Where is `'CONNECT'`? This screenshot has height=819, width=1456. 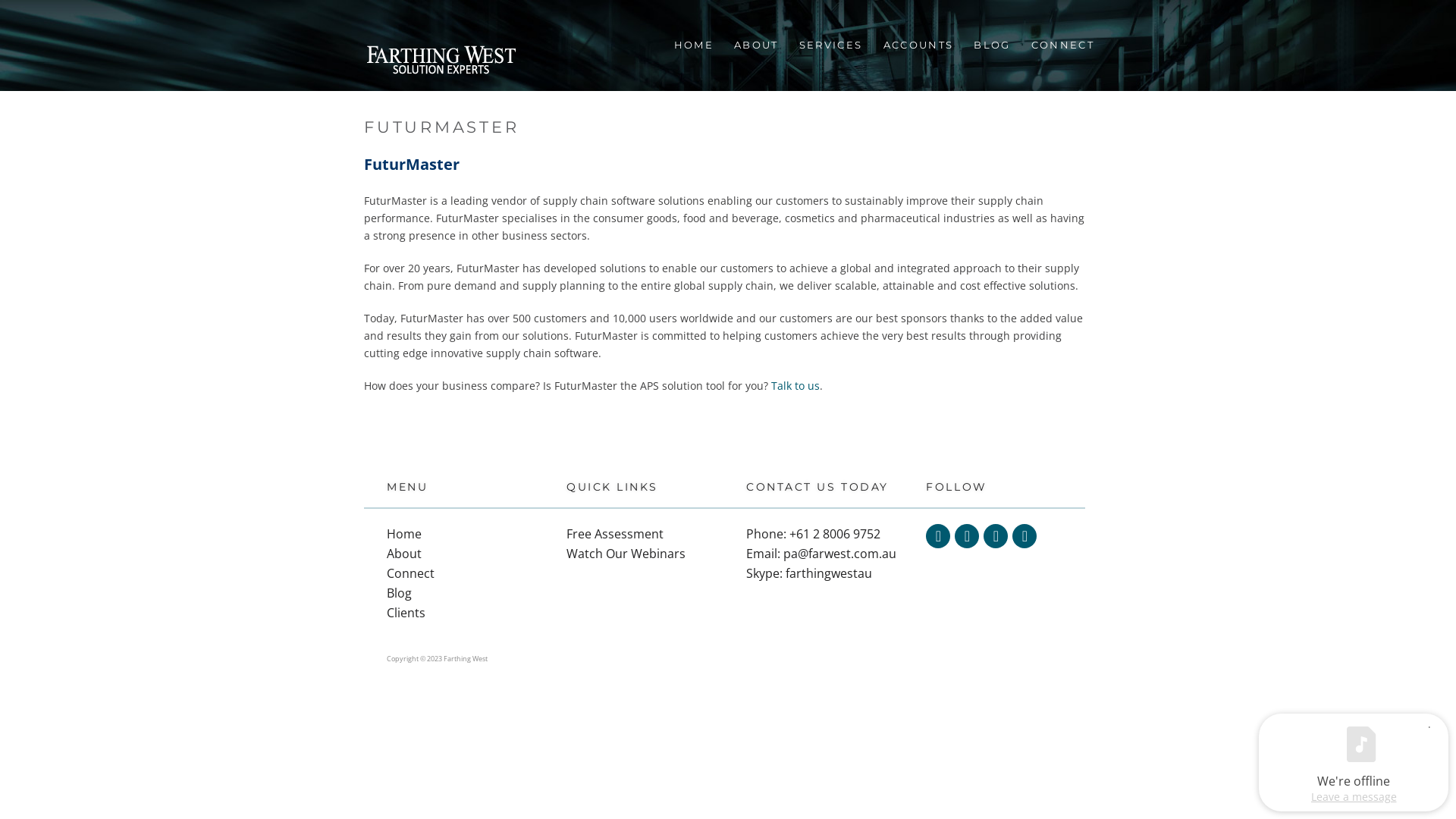
'CONNECT' is located at coordinates (1061, 44).